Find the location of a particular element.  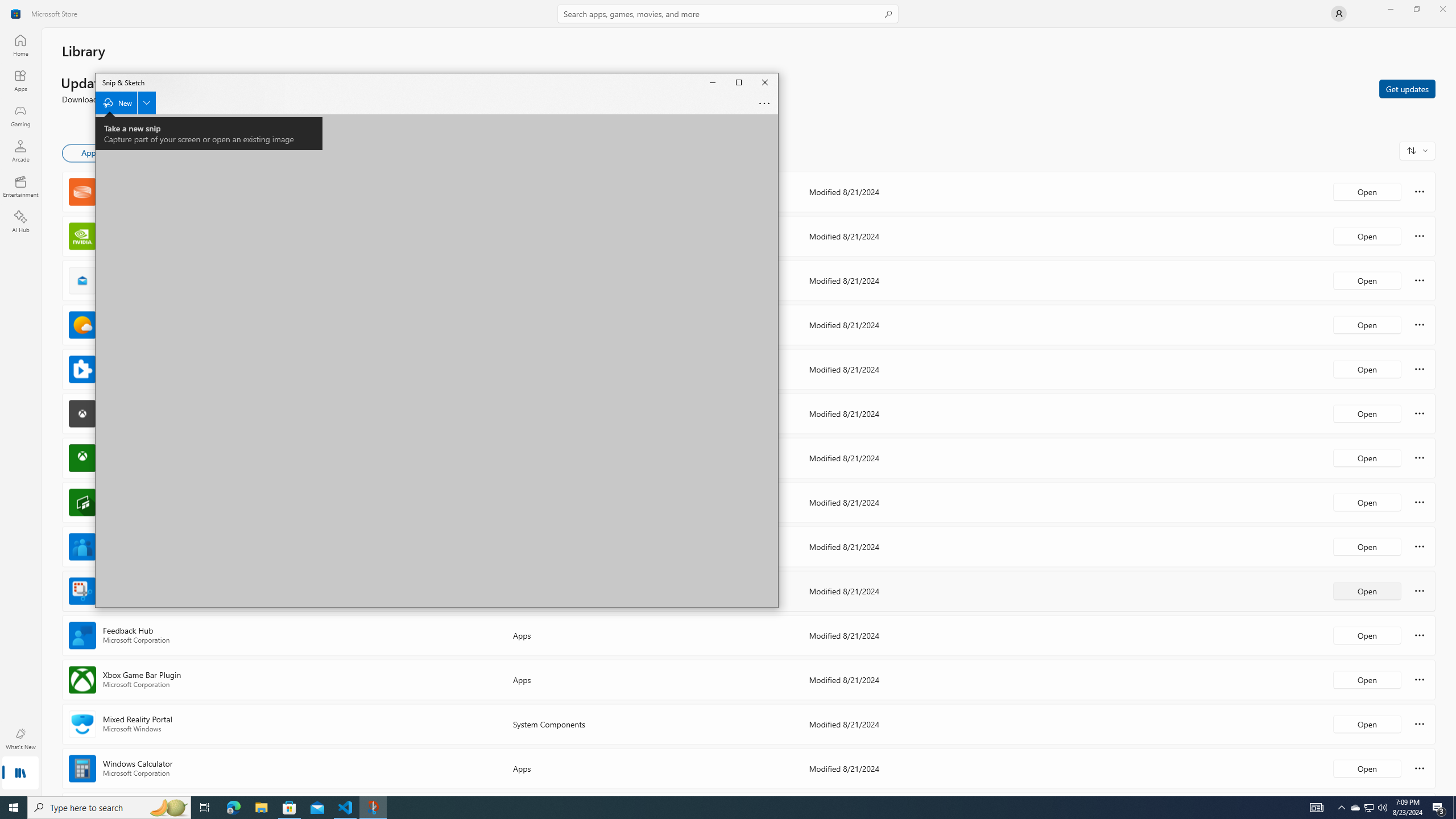

'AutomationID: 4105' is located at coordinates (1317, 806).